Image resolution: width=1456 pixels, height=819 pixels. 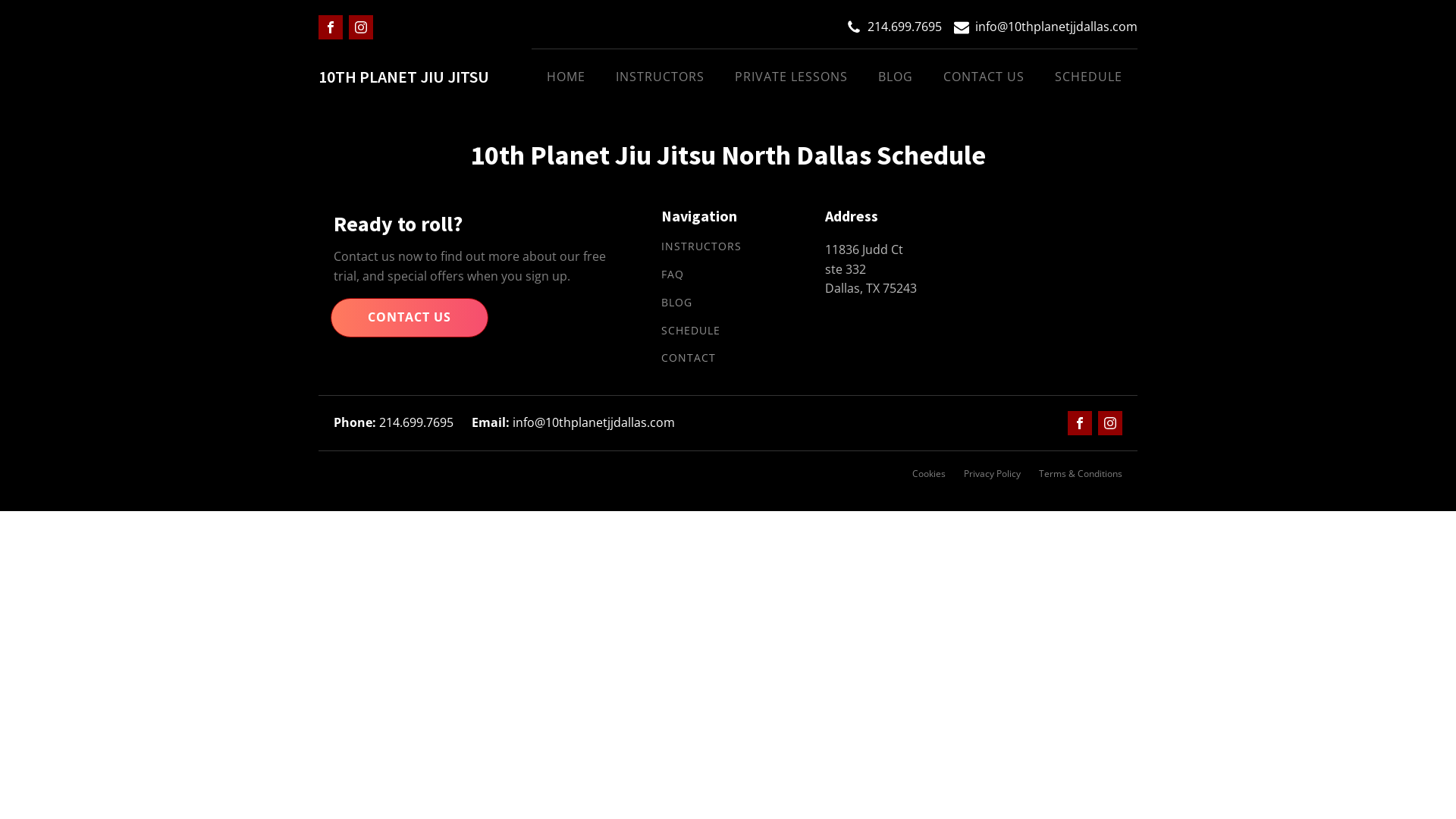 What do you see at coordinates (912, 472) in the screenshot?
I see `'Cookies'` at bounding box center [912, 472].